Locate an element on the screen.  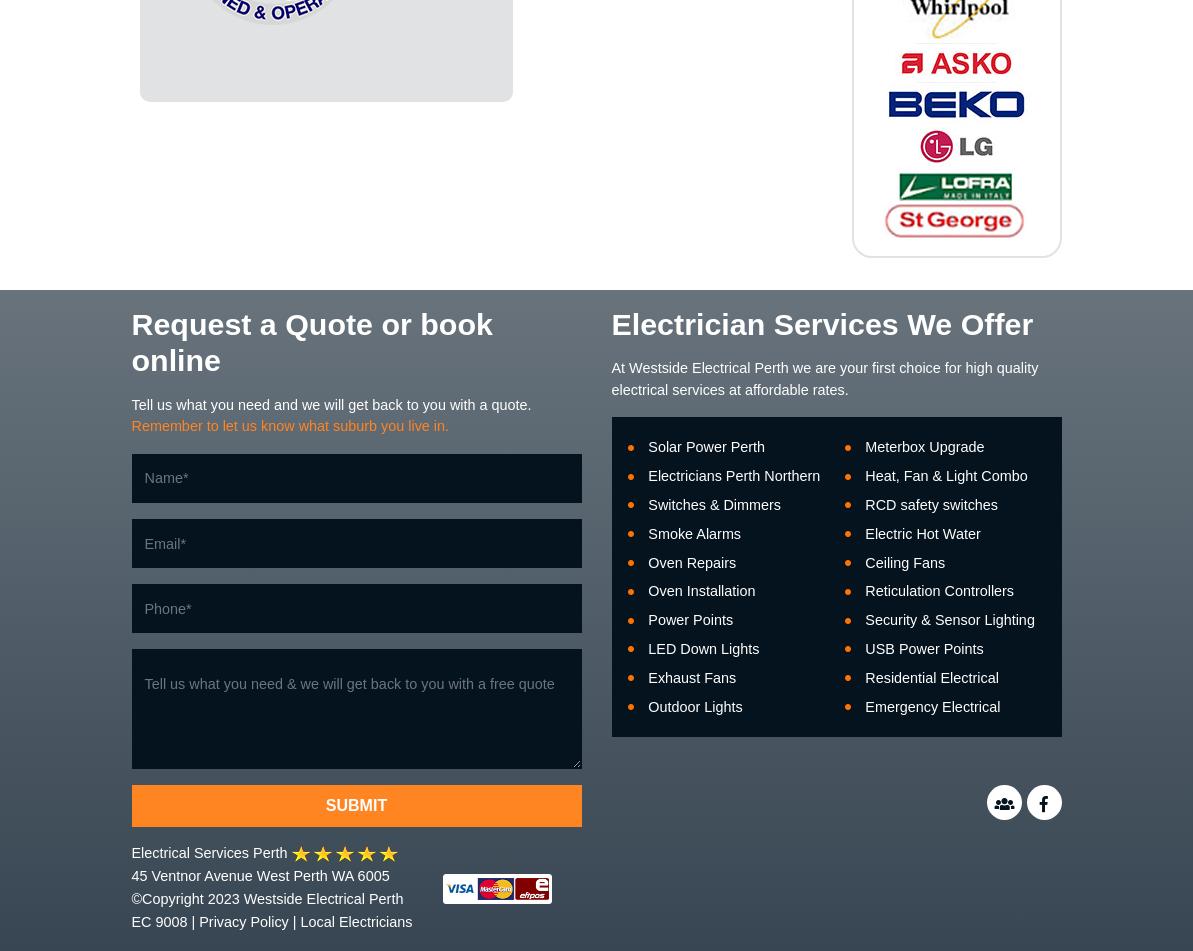
'©Copyright 2023 Westside Electrical Perth' is located at coordinates (266, 897).